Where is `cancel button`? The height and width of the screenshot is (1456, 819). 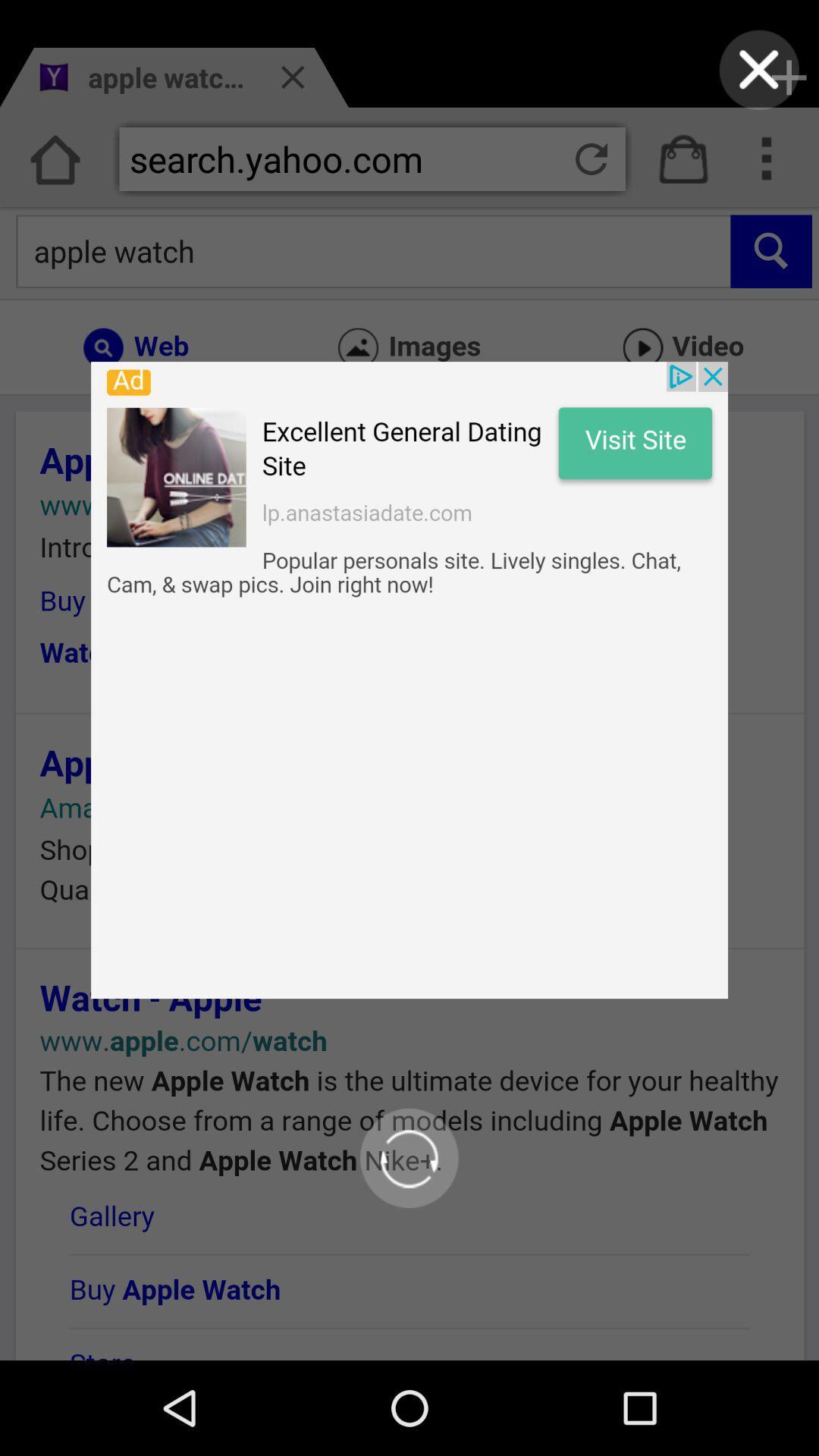
cancel button is located at coordinates (759, 69).